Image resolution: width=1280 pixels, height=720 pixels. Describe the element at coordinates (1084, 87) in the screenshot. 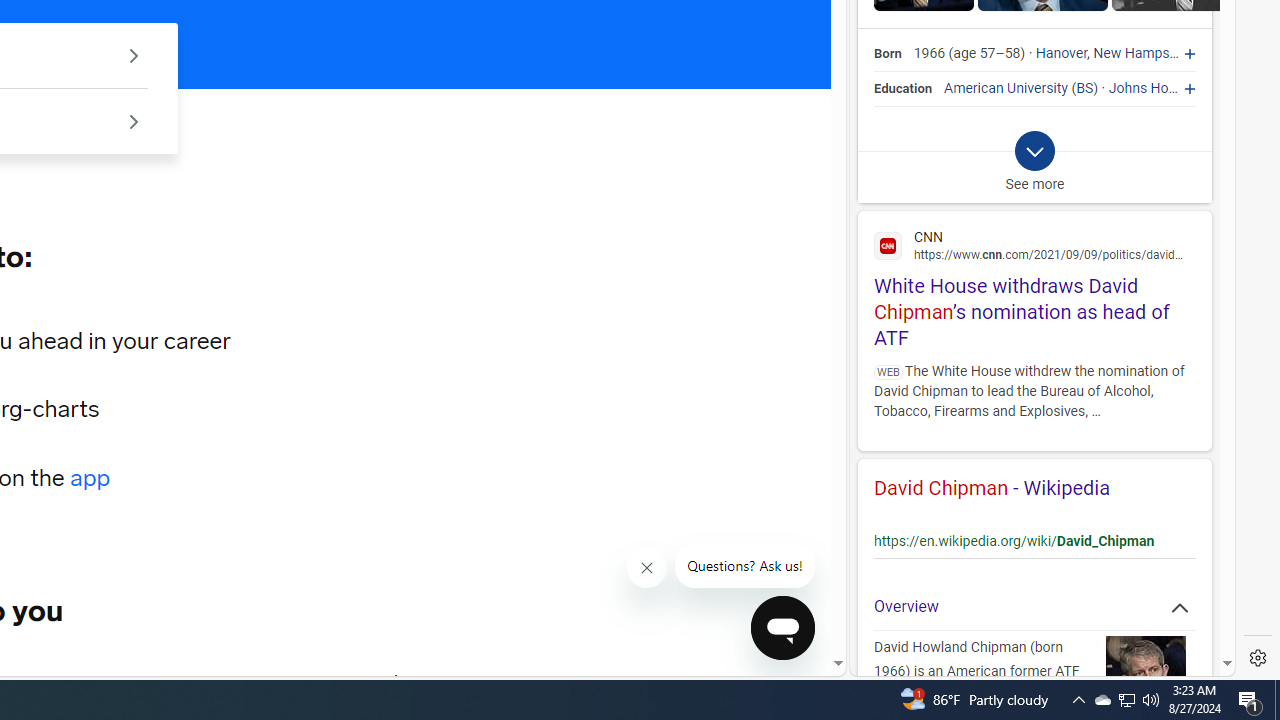

I see `'BS'` at that location.